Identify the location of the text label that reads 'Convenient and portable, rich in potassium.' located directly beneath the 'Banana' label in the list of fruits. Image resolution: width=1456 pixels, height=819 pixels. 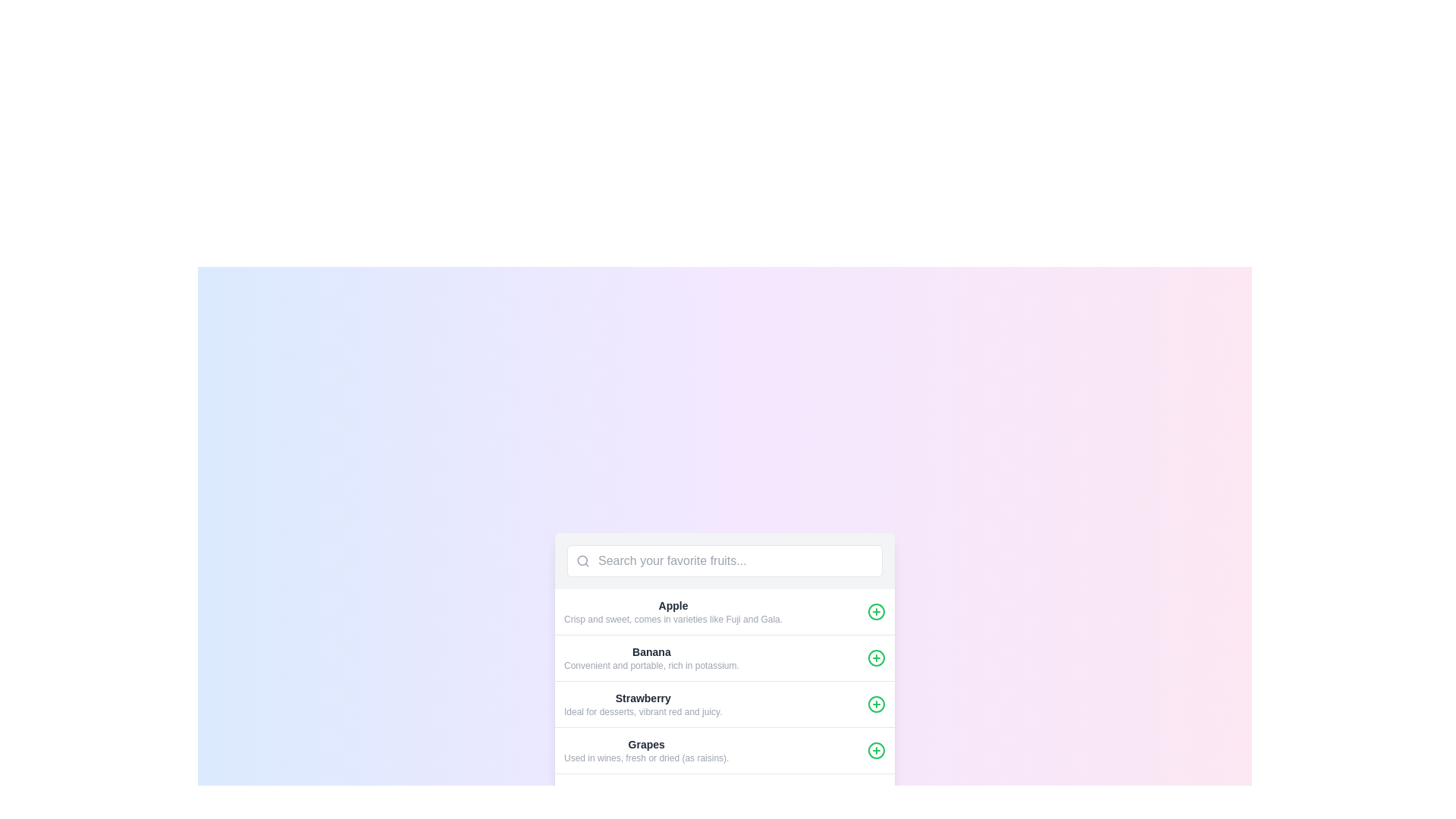
(651, 665).